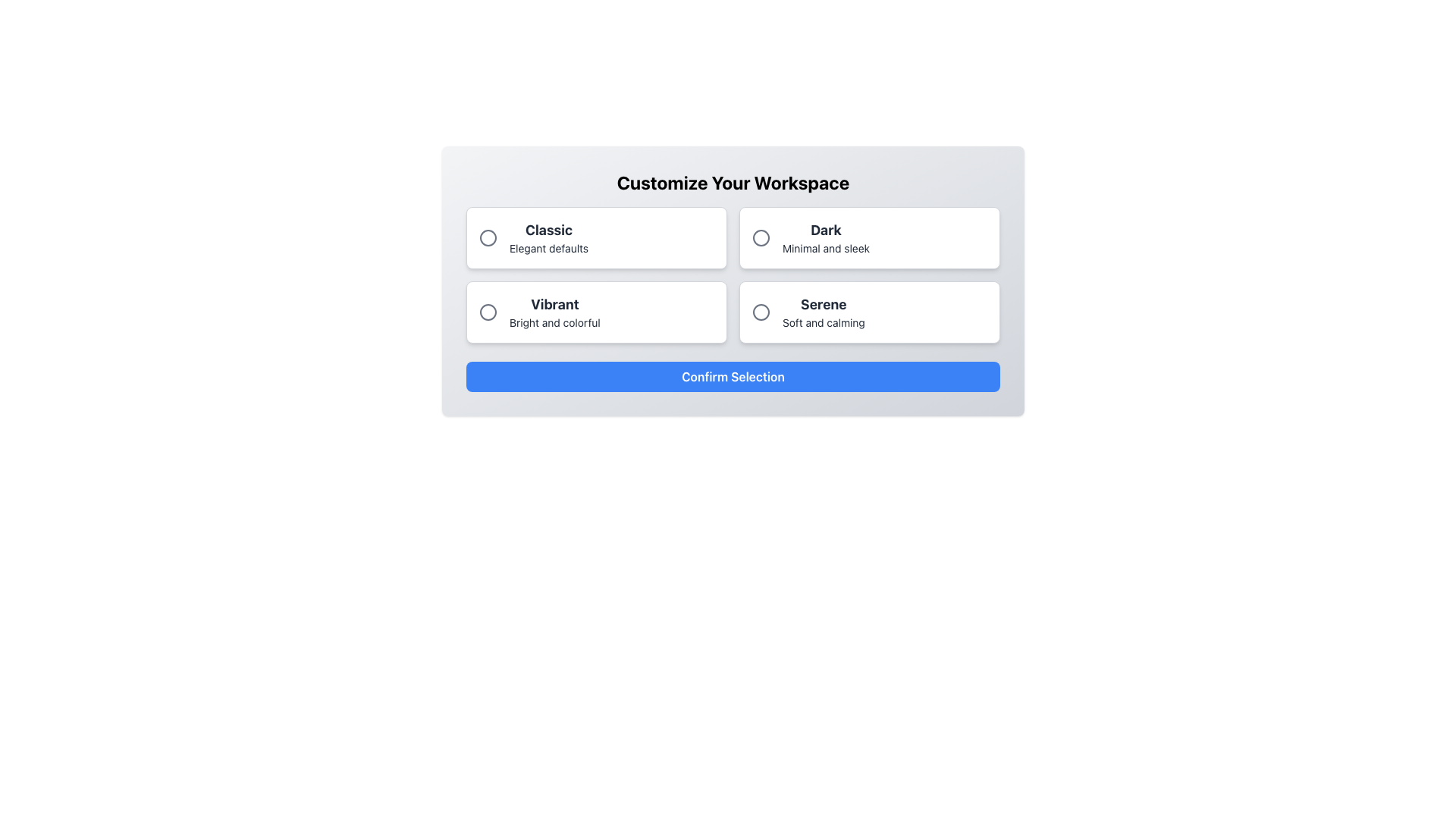  What do you see at coordinates (596, 312) in the screenshot?
I see `the 'Vibrant' workspace theme selectable card located in the second row of the grid layout, in the left column, beneath the 'Classic' card` at bounding box center [596, 312].